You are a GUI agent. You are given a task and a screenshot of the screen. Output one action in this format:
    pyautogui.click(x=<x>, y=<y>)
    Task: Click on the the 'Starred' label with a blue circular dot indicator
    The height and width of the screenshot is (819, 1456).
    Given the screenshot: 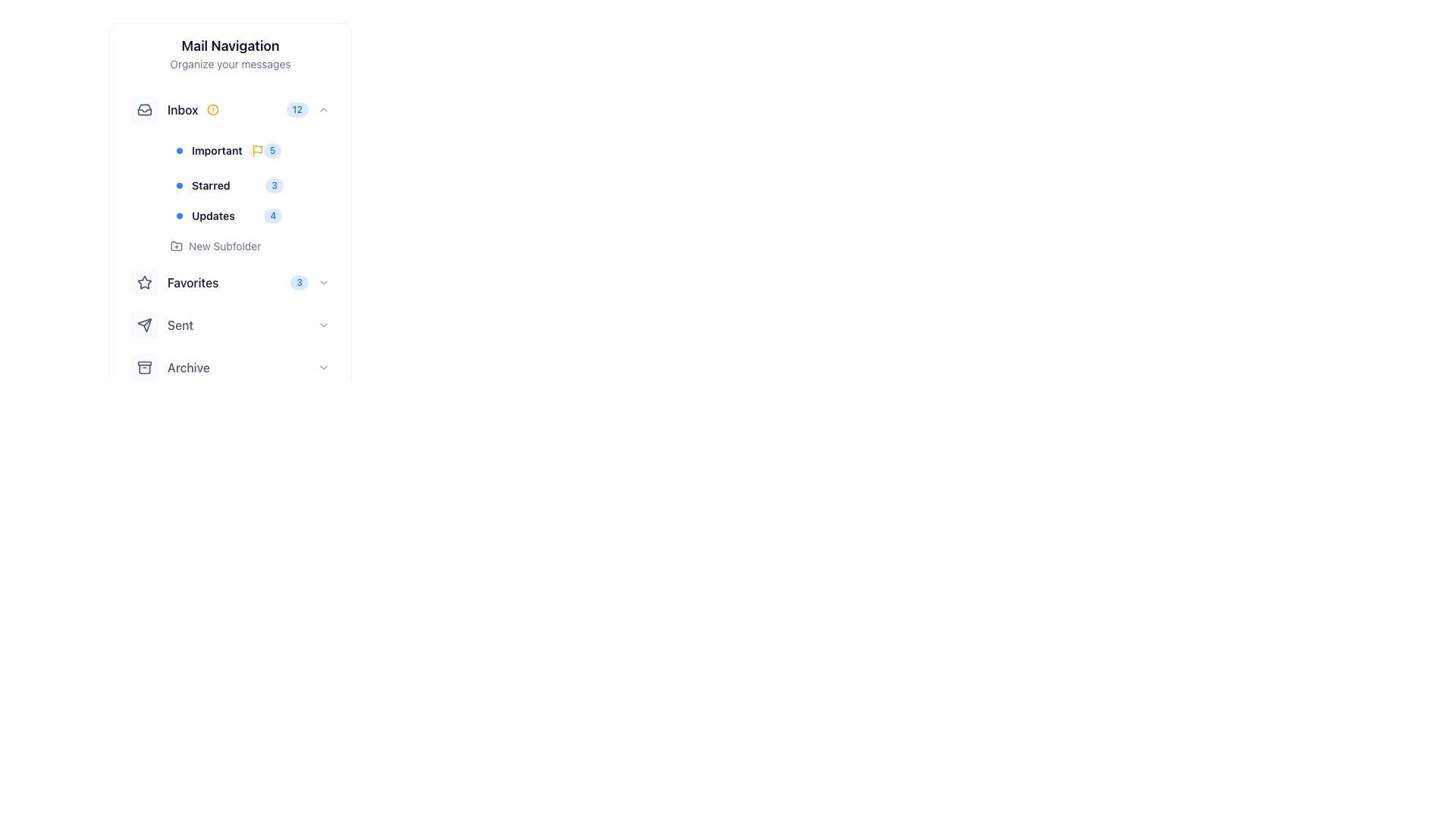 What is the action you would take?
    pyautogui.click(x=202, y=185)
    